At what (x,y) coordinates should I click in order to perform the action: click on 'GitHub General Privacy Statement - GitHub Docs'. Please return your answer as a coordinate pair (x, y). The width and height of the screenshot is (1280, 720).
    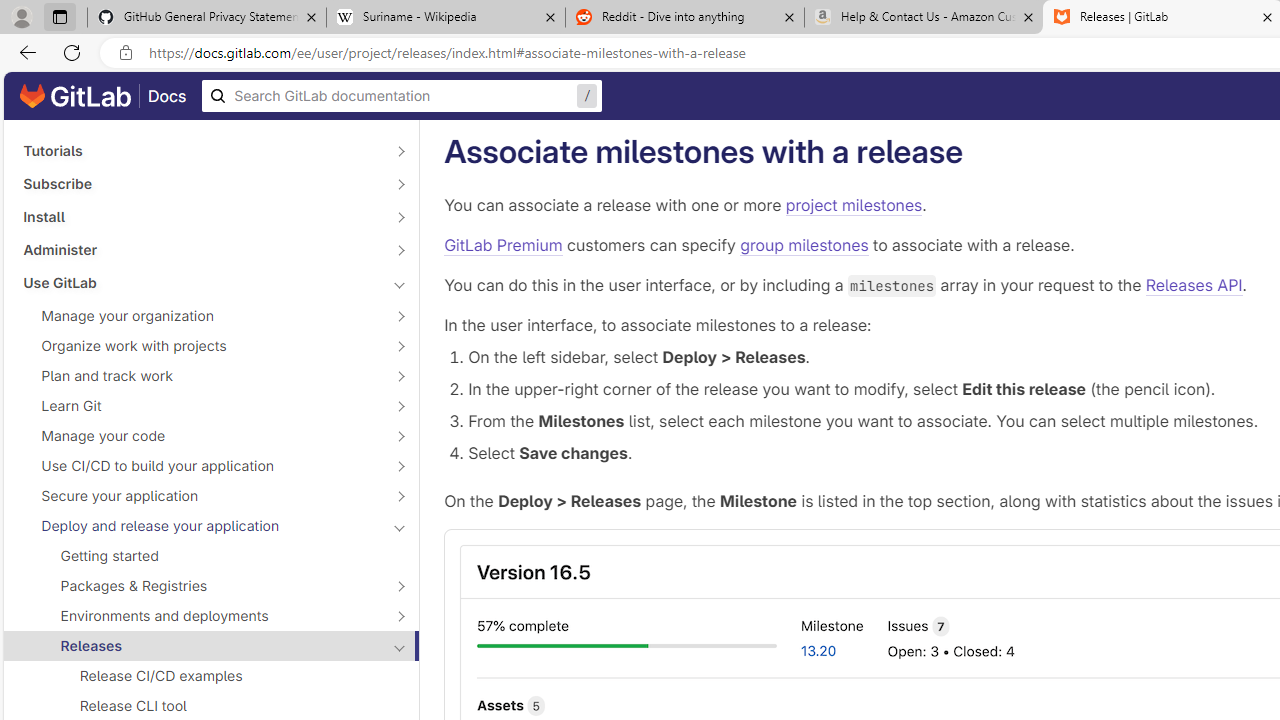
    Looking at the image, I should click on (207, 17).